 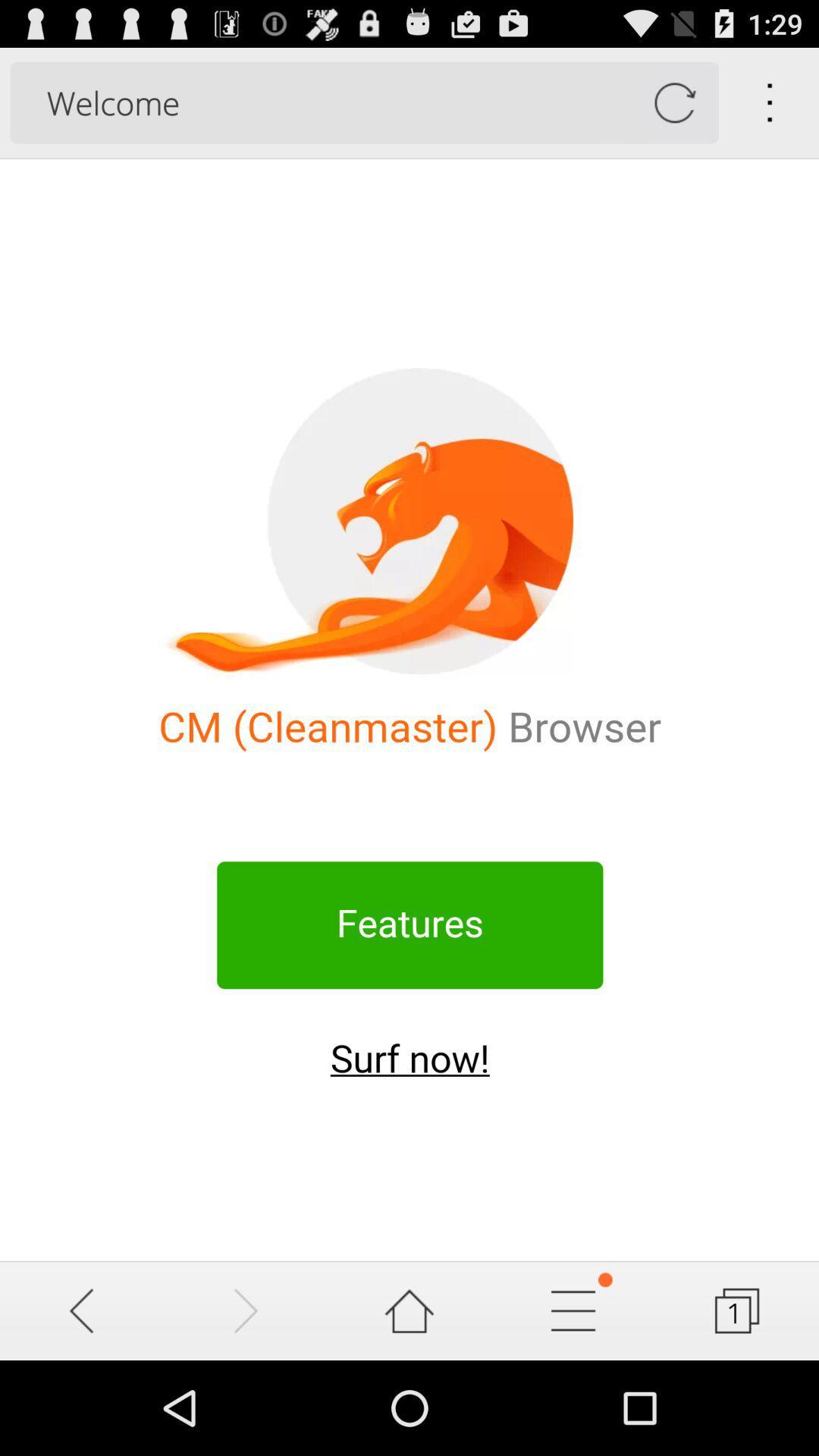 I want to click on previous web page, so click(x=82, y=1310).